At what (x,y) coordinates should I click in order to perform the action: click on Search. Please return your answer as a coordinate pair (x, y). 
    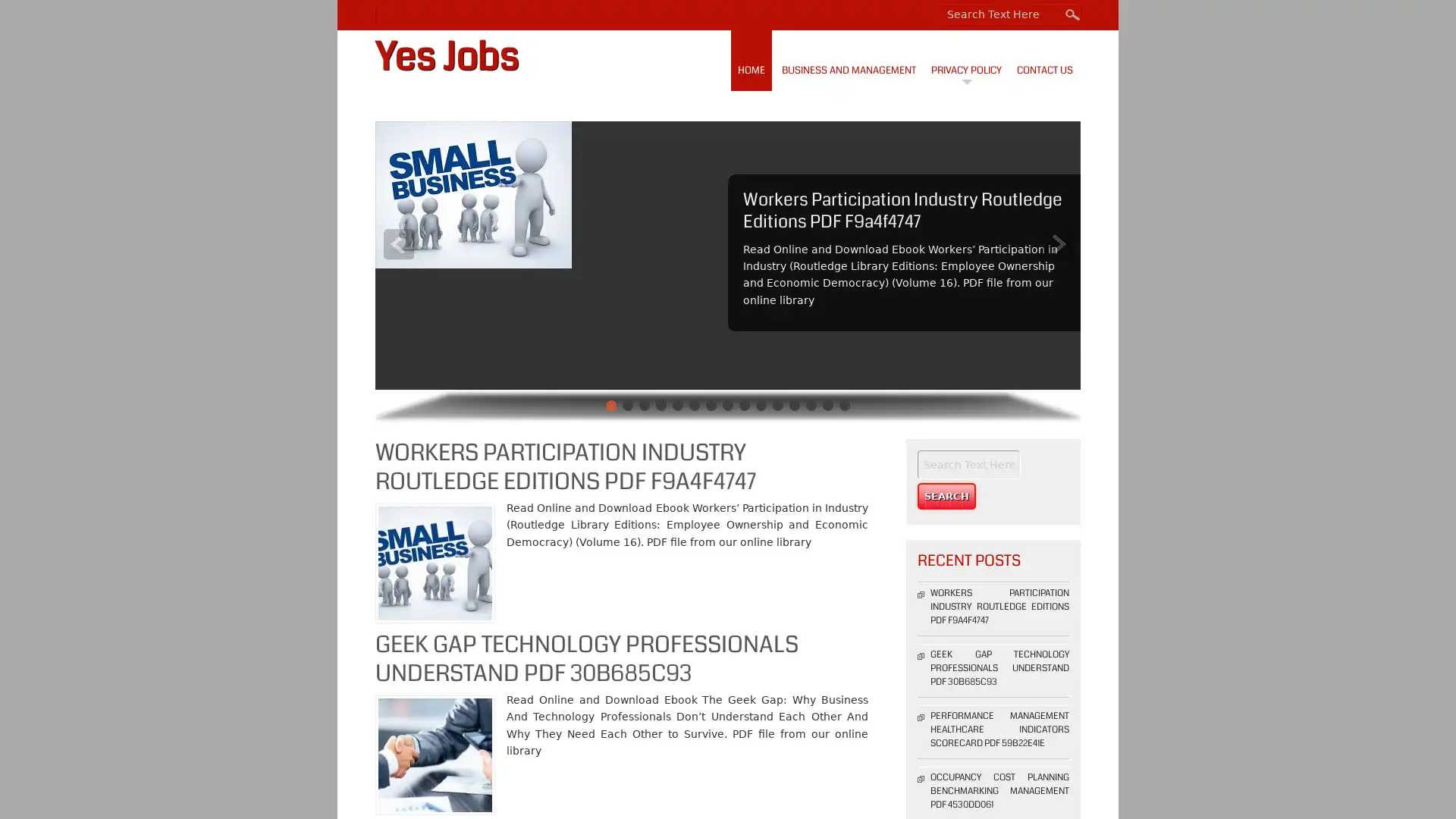
    Looking at the image, I should click on (946, 496).